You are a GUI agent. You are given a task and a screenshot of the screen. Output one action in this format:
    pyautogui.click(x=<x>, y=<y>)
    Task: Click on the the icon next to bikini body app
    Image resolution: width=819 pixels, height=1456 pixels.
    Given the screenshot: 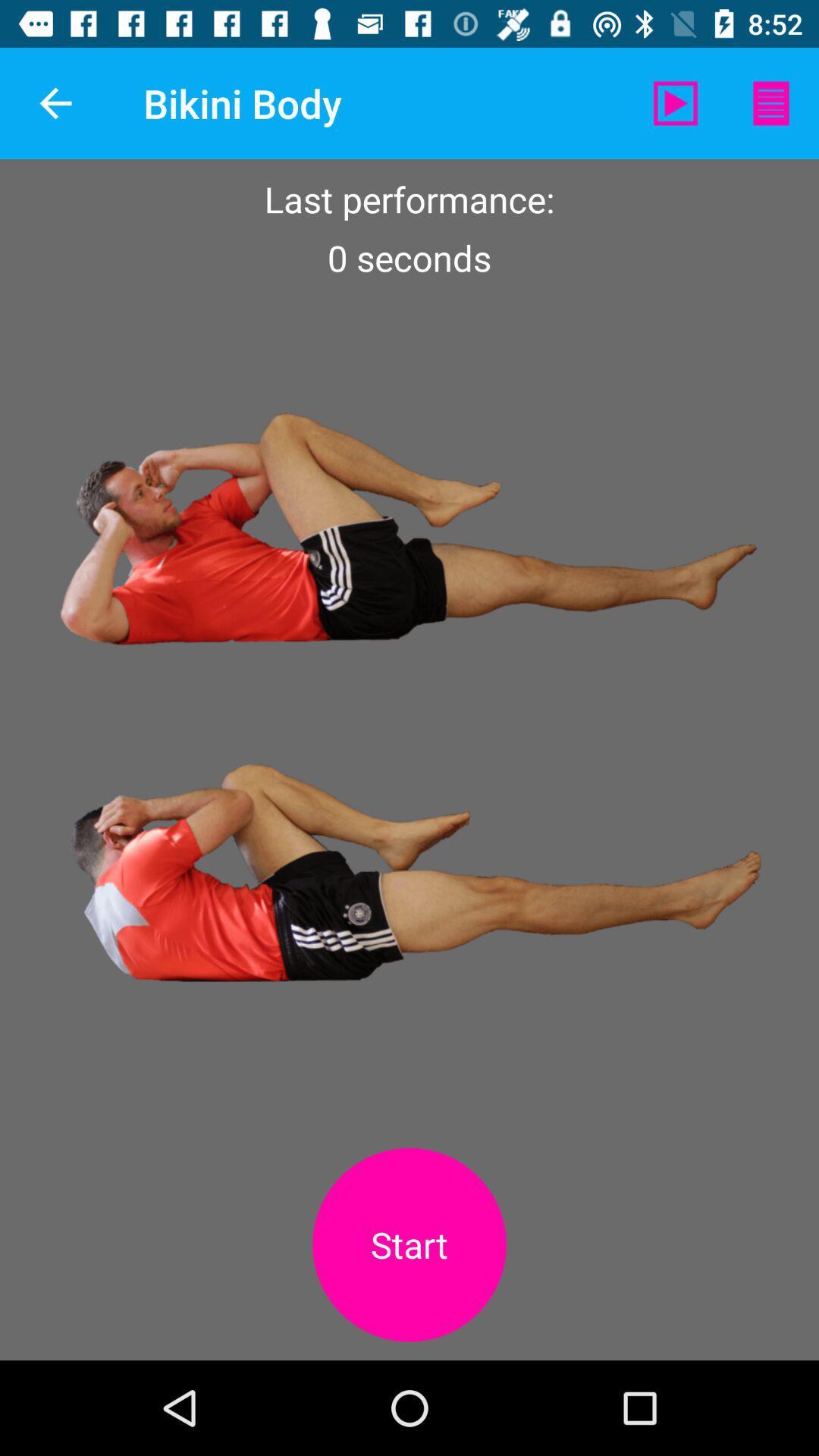 What is the action you would take?
    pyautogui.click(x=55, y=102)
    